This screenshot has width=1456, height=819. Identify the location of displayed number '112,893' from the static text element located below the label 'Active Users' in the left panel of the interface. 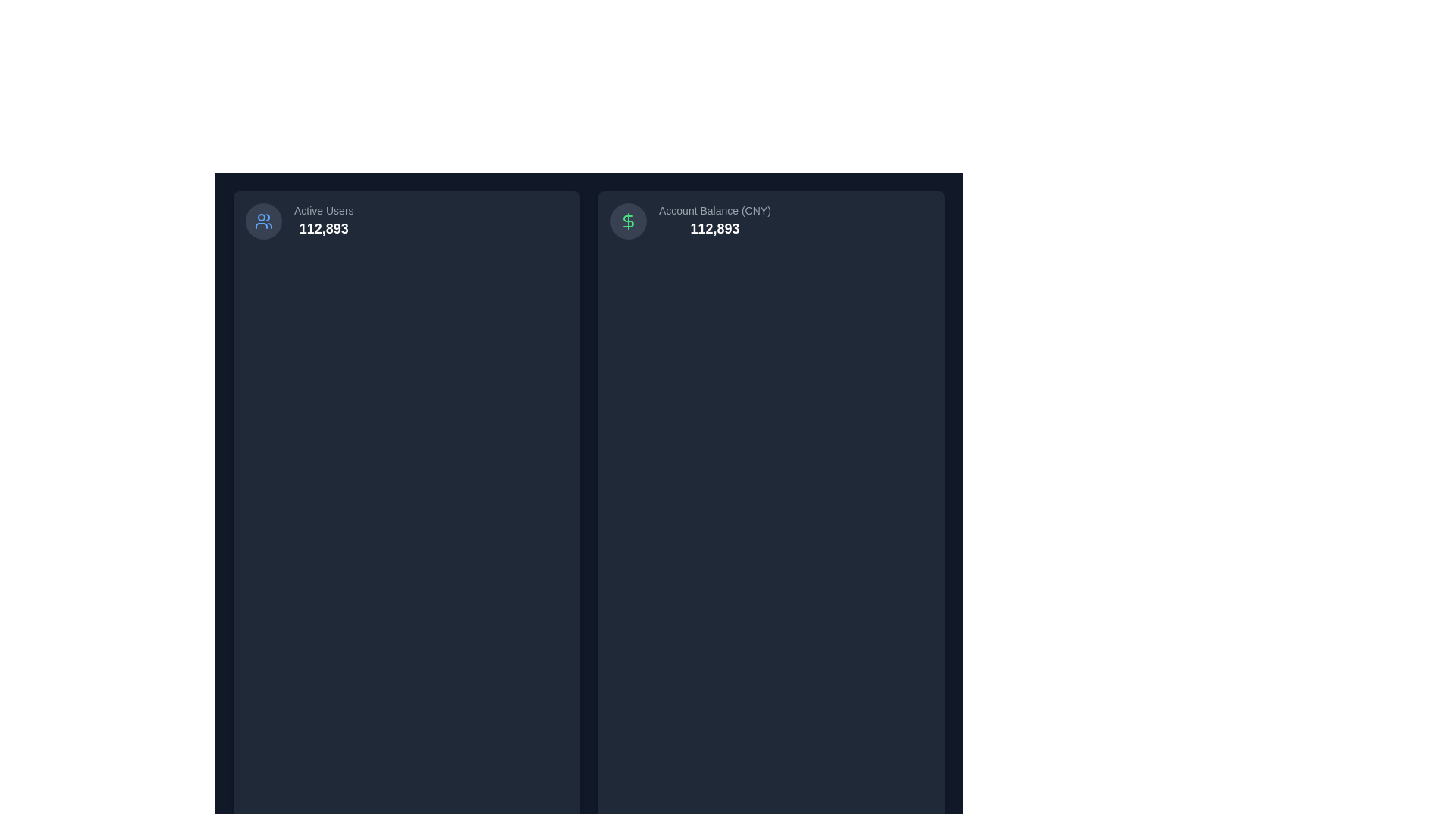
(323, 228).